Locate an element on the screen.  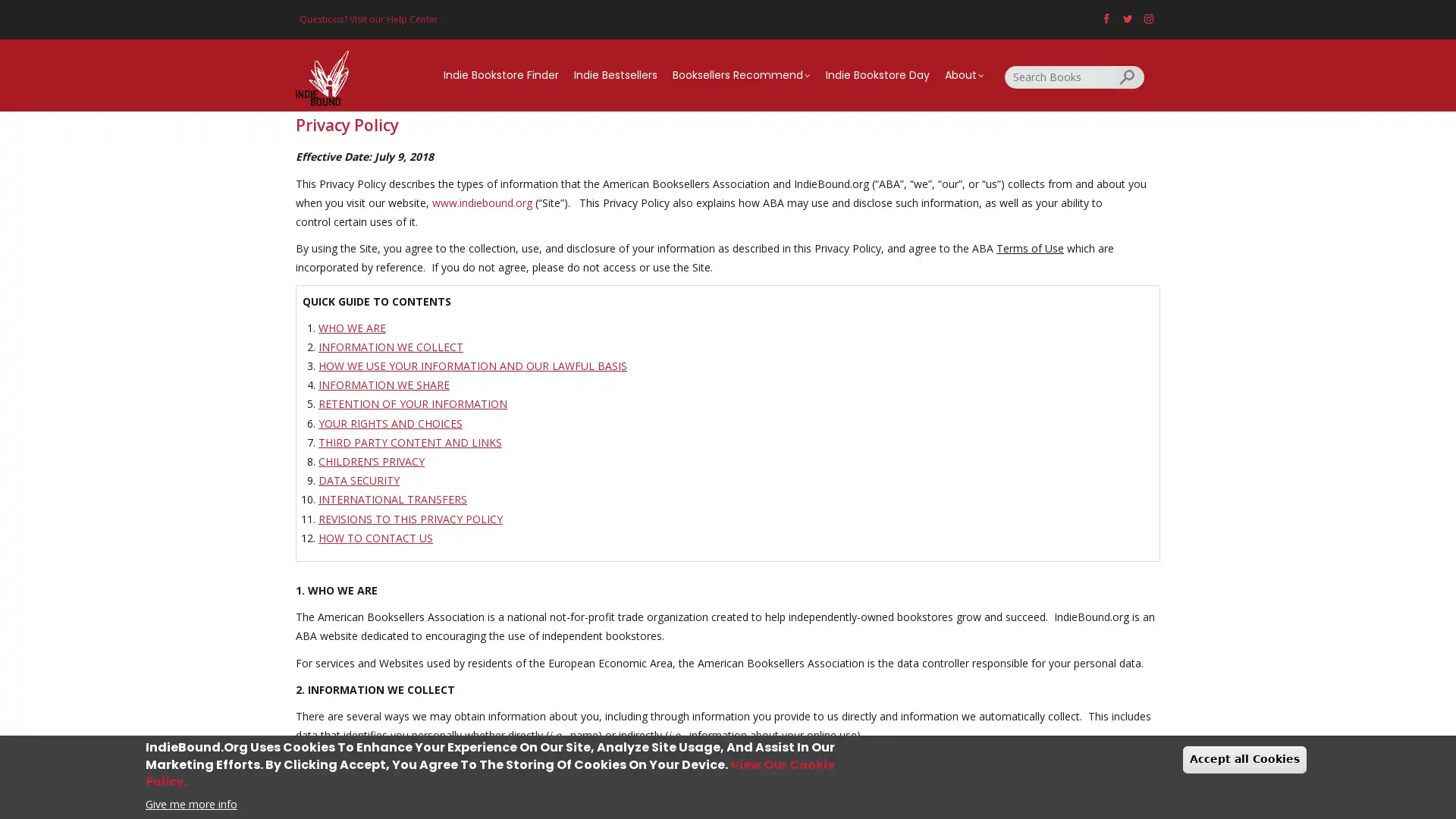
Search is located at coordinates (1128, 76).